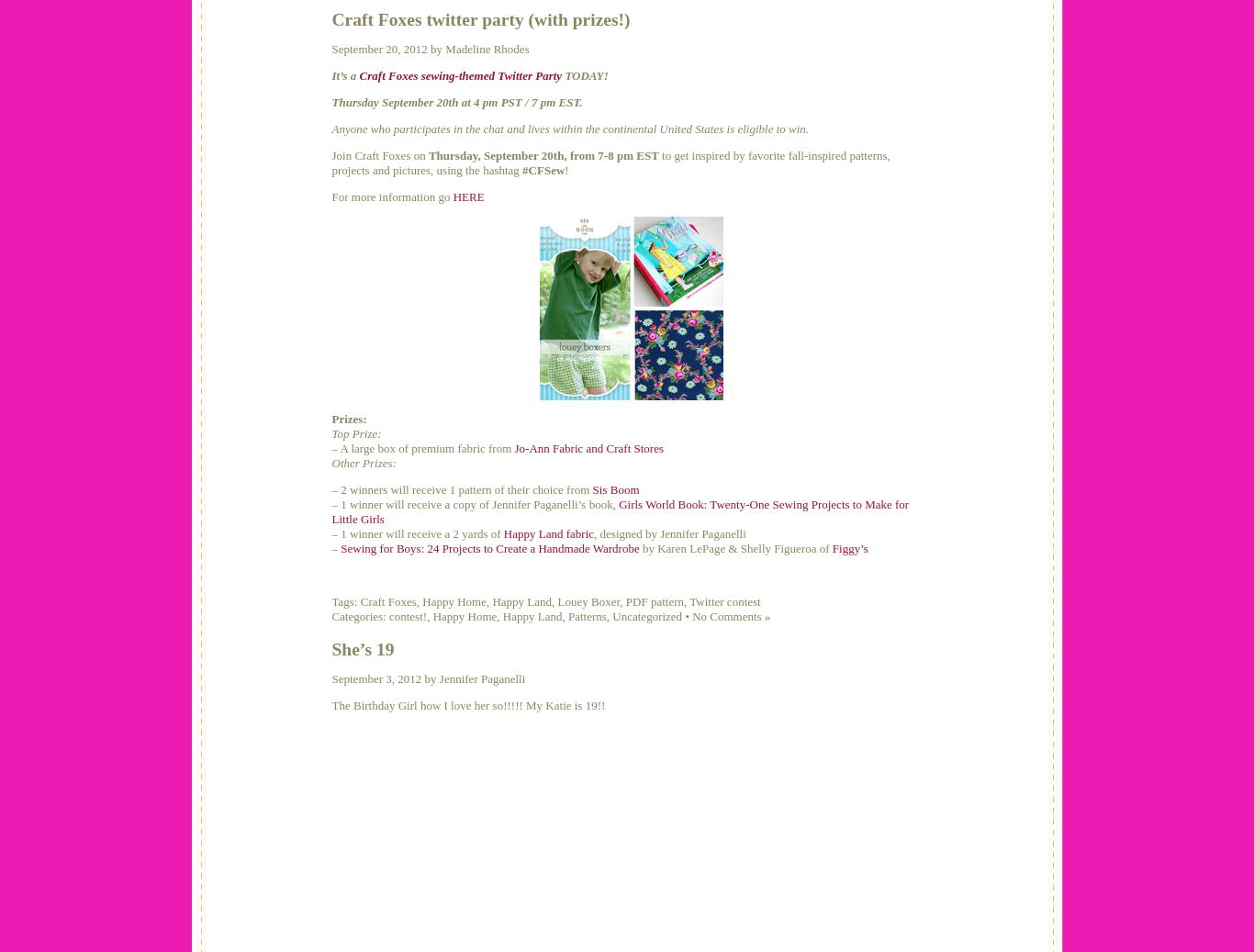 This screenshot has width=1254, height=952. What do you see at coordinates (430, 48) in the screenshot?
I see `'September 20, 2012 by Madeline Rhodes'` at bounding box center [430, 48].